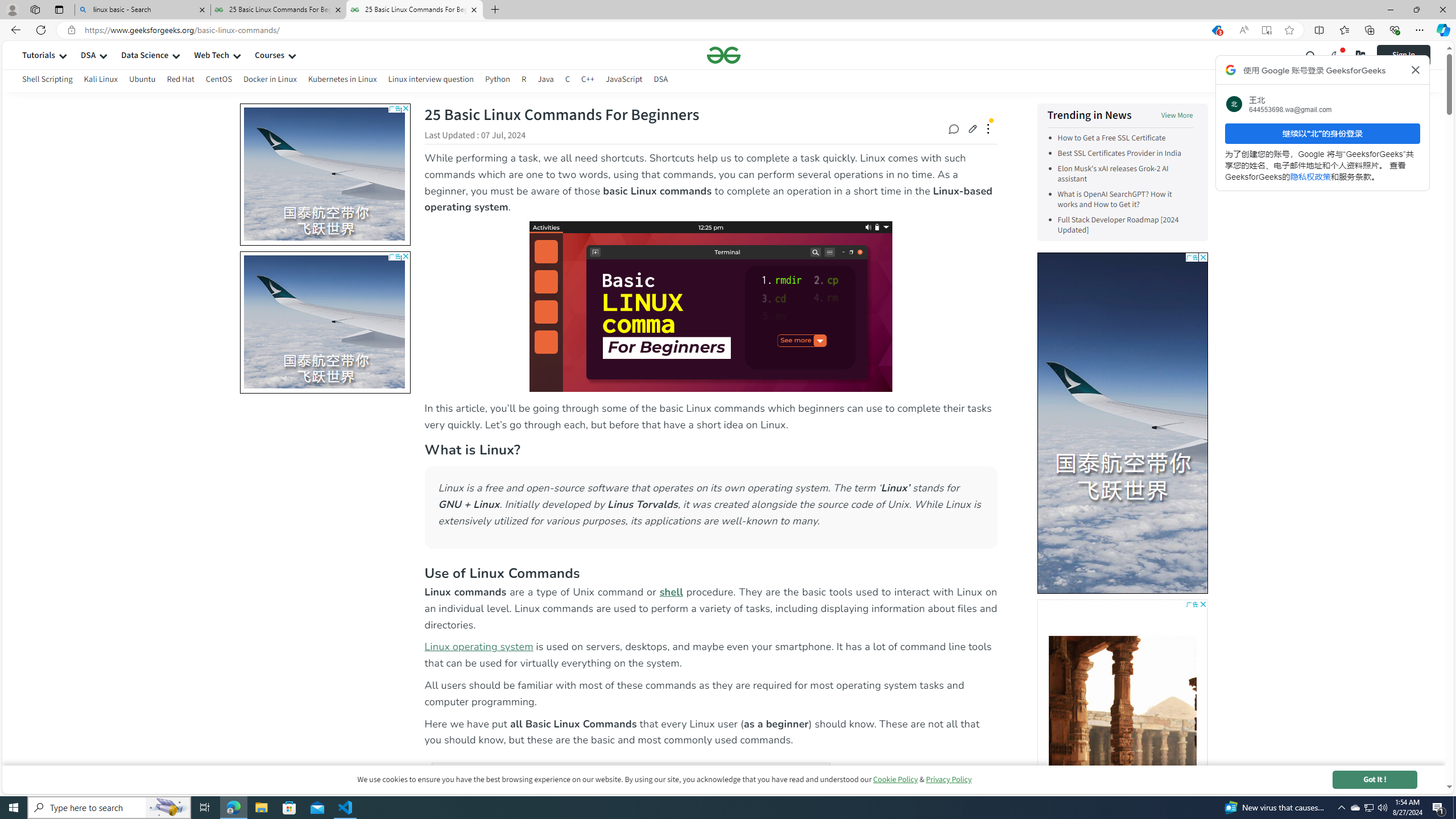 The height and width of the screenshot is (819, 1456). What do you see at coordinates (142, 9) in the screenshot?
I see `'linux basic - Search'` at bounding box center [142, 9].